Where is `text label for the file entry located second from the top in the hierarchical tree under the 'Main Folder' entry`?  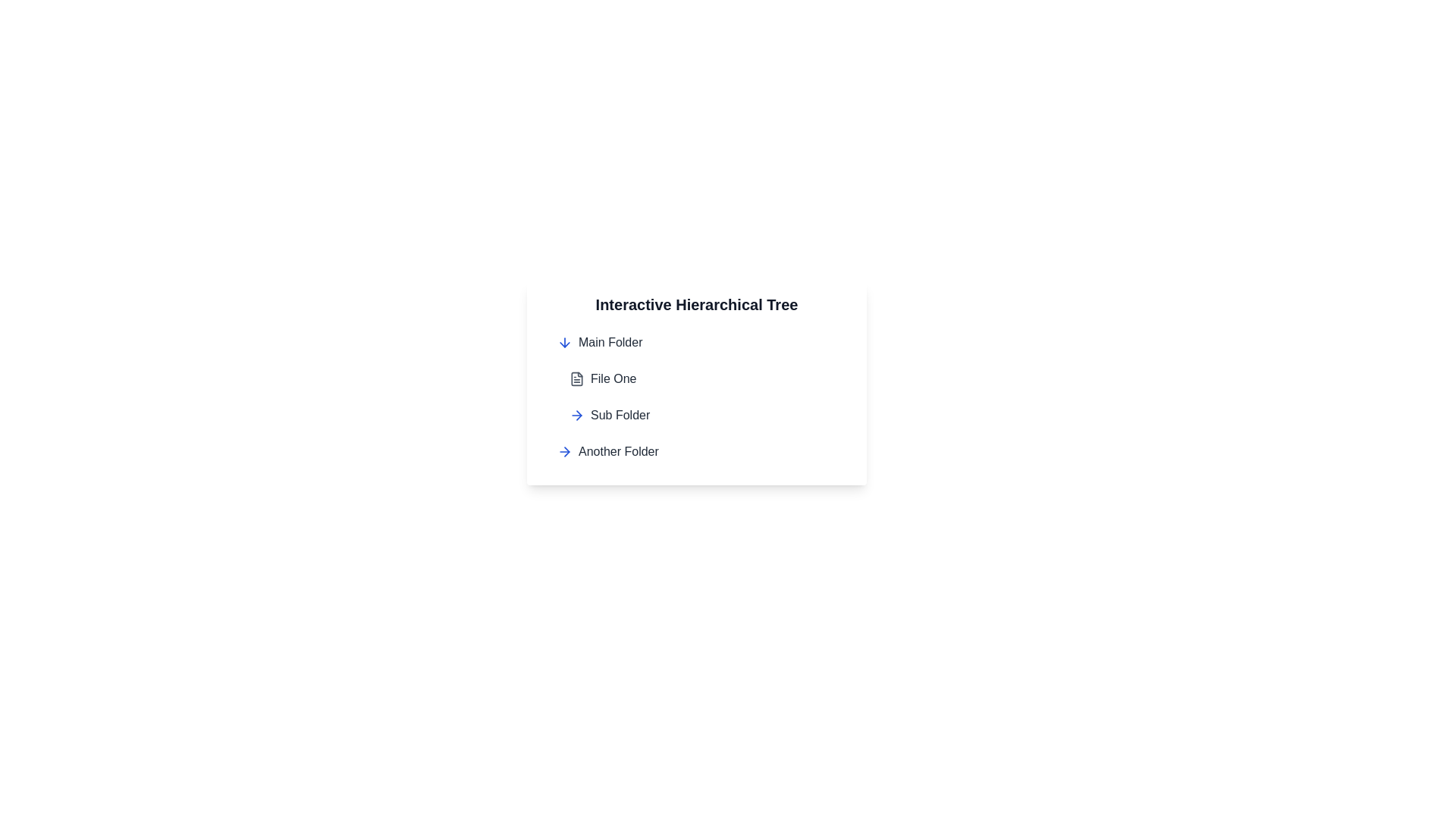
text label for the file entry located second from the top in the hierarchical tree under the 'Main Folder' entry is located at coordinates (613, 378).